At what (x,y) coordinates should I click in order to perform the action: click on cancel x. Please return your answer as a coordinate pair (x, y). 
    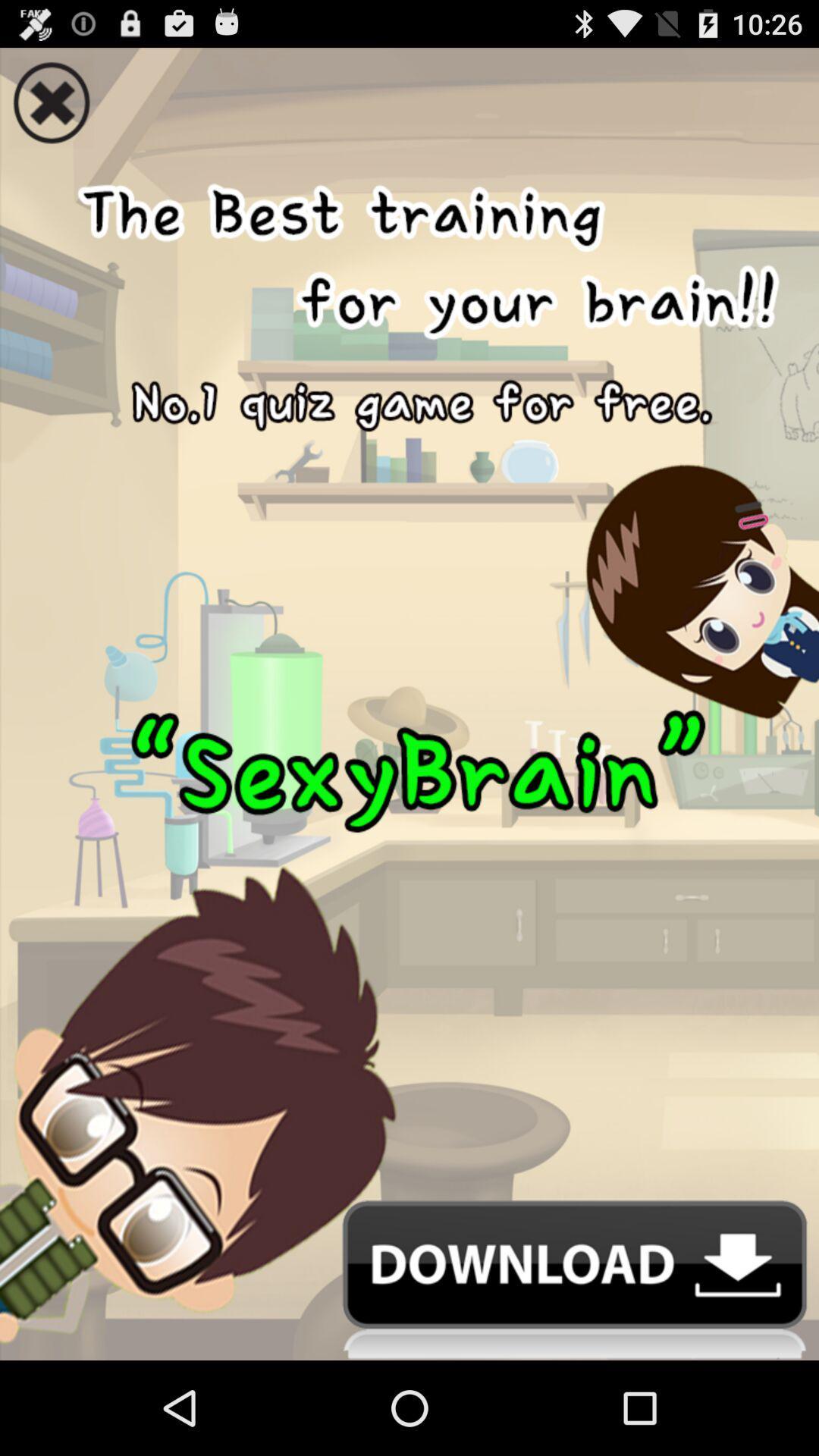
    Looking at the image, I should click on (409, 97).